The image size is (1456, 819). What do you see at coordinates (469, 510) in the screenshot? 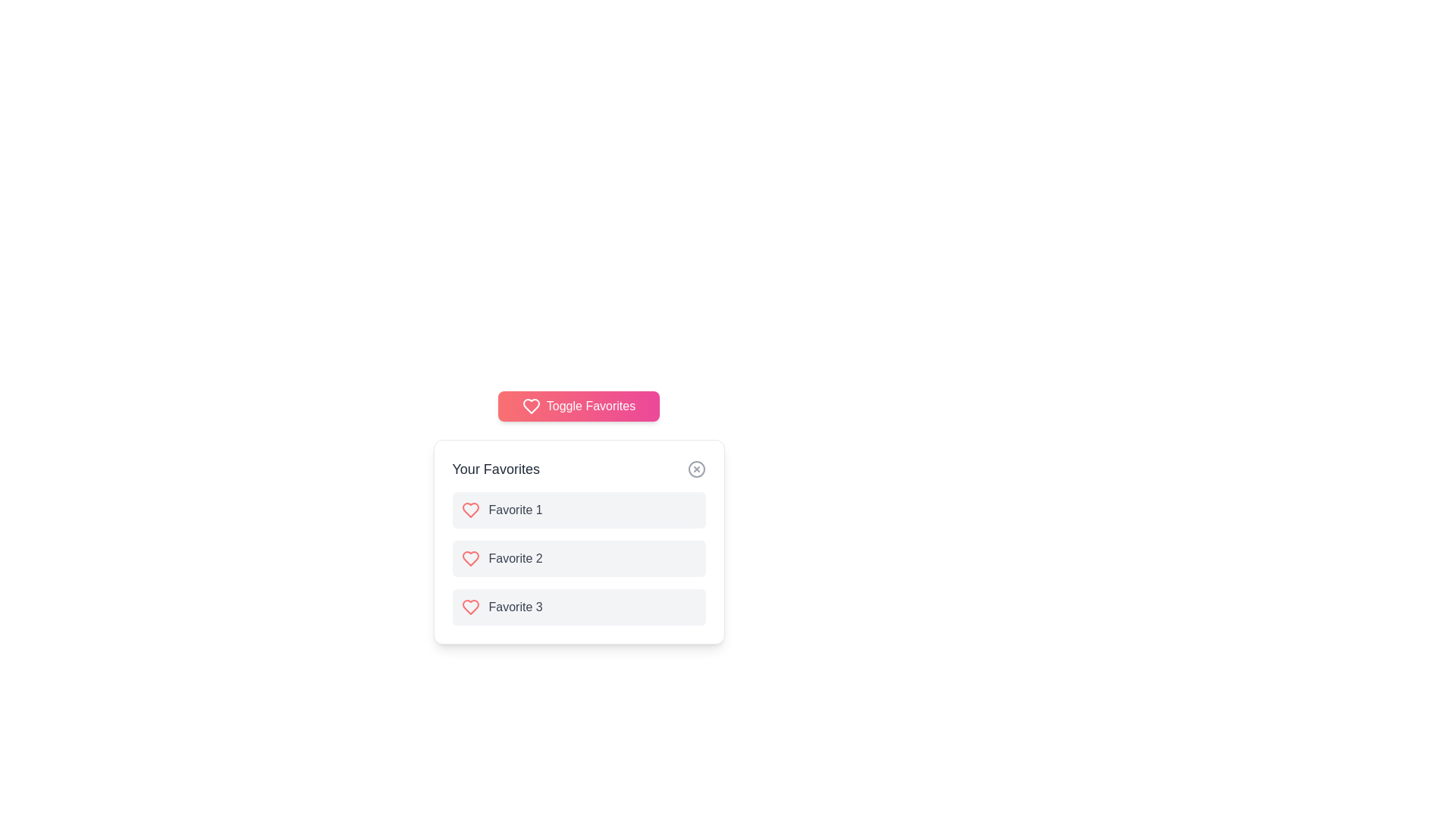
I see `the heart icon representing the favorite action for 'Favorite 1'` at bounding box center [469, 510].